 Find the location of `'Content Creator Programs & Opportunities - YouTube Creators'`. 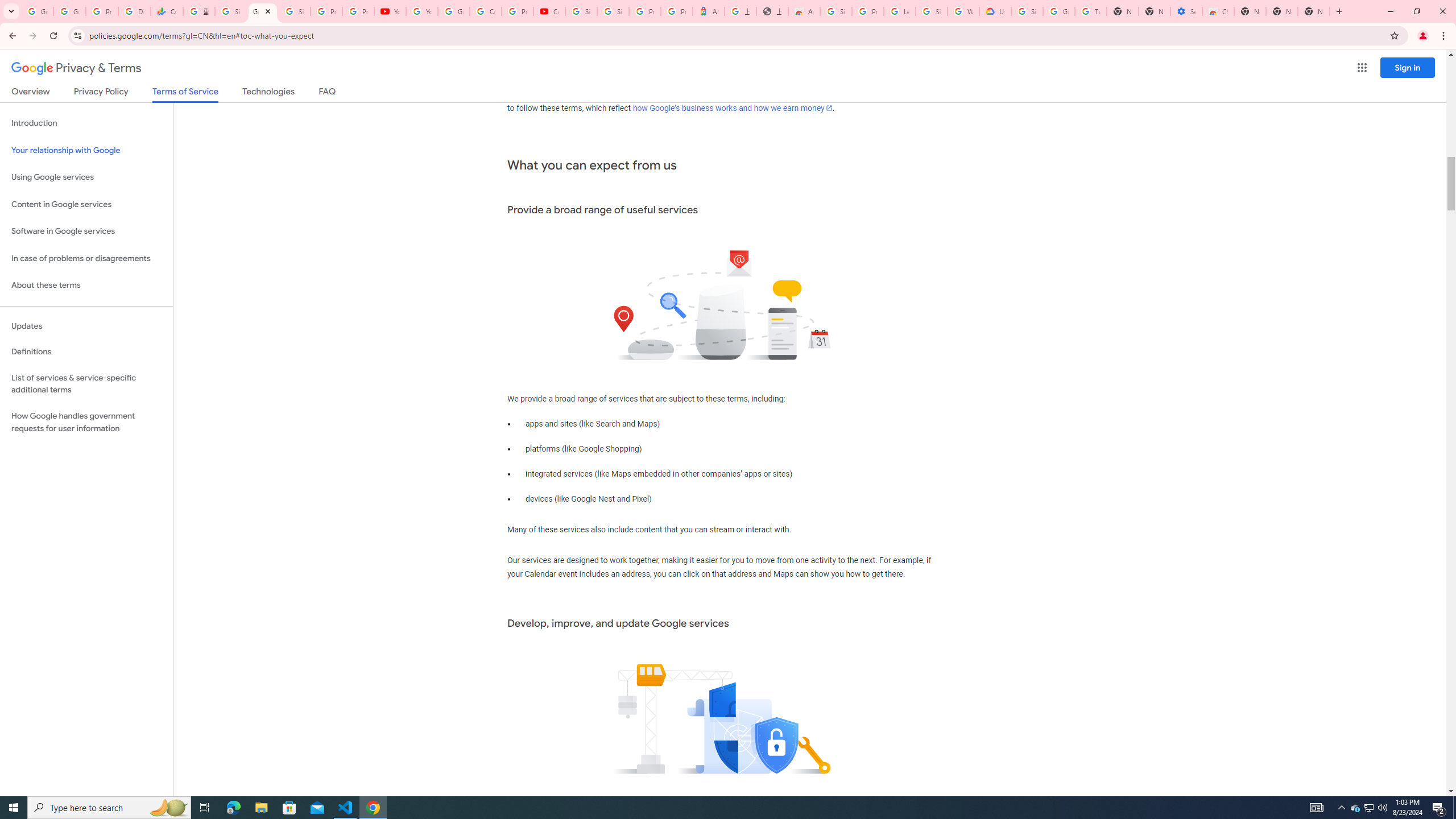

'Content Creator Programs & Opportunities - YouTube Creators' is located at coordinates (549, 11).